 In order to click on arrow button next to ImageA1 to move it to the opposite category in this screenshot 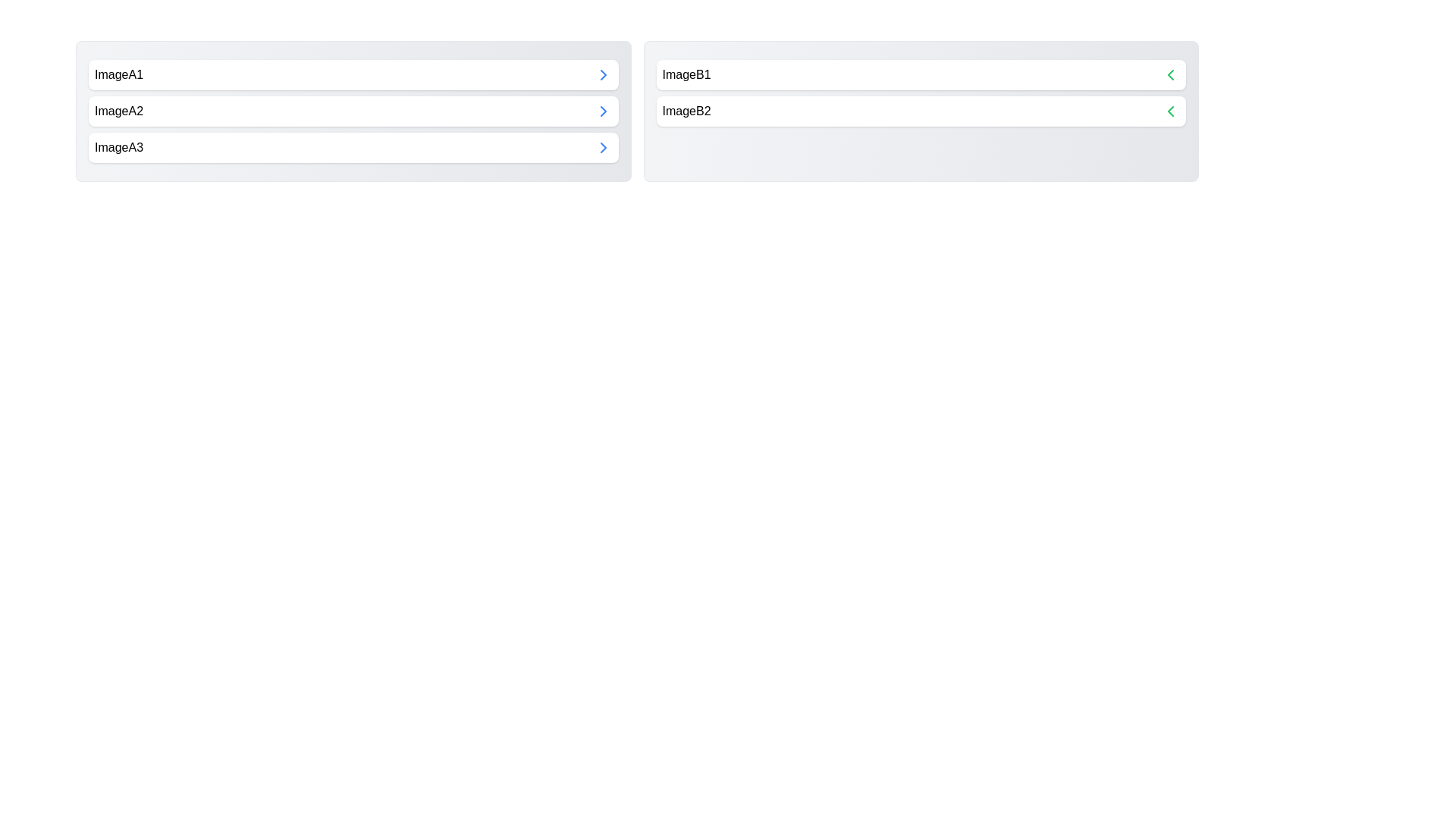, I will do `click(602, 75)`.